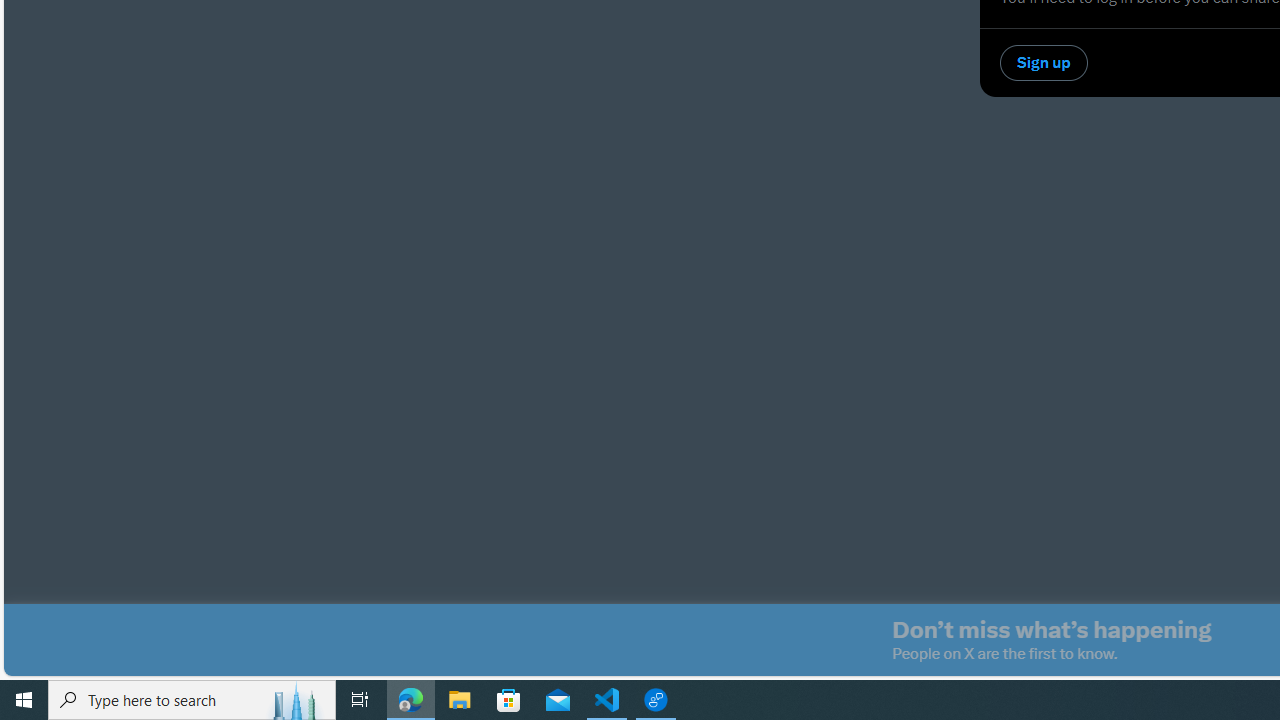 Image resolution: width=1280 pixels, height=720 pixels. Describe the element at coordinates (410, 698) in the screenshot. I see `'Microsoft Edge - 1 running window'` at that location.